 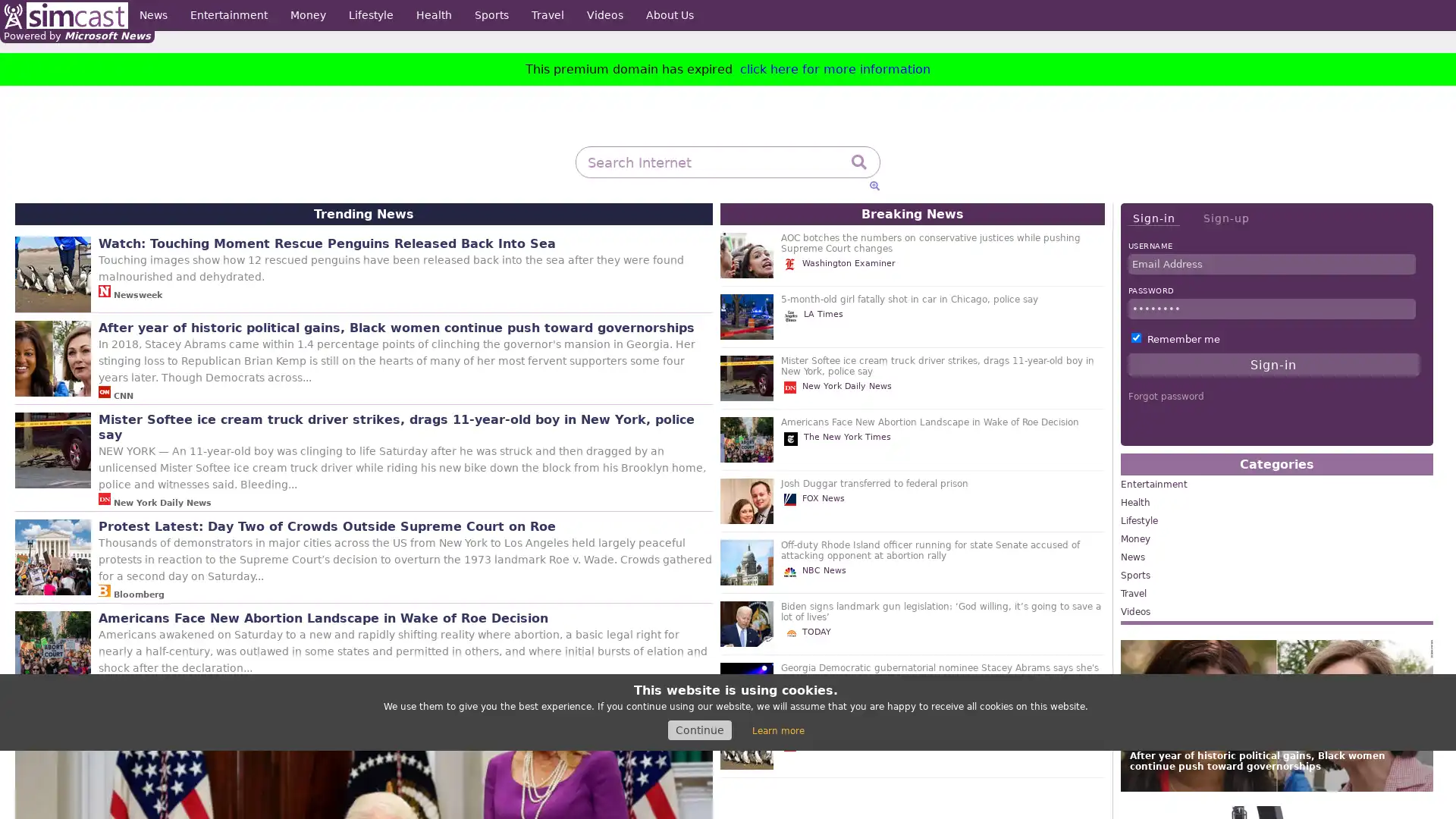 What do you see at coordinates (1225, 218) in the screenshot?
I see `Sign-up` at bounding box center [1225, 218].